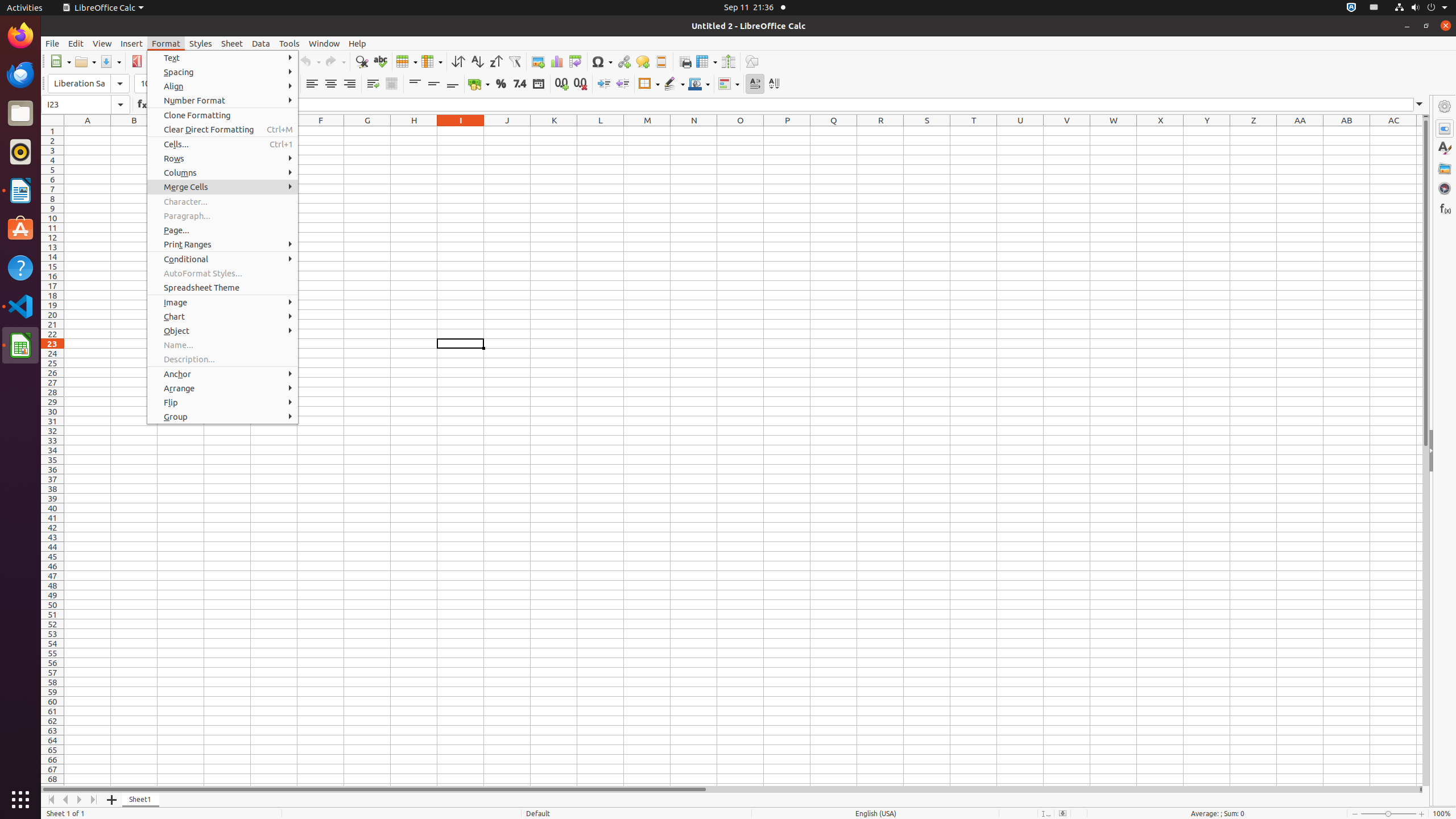 Image resolution: width=1456 pixels, height=819 pixels. What do you see at coordinates (222, 143) in the screenshot?
I see `'Cells...'` at bounding box center [222, 143].